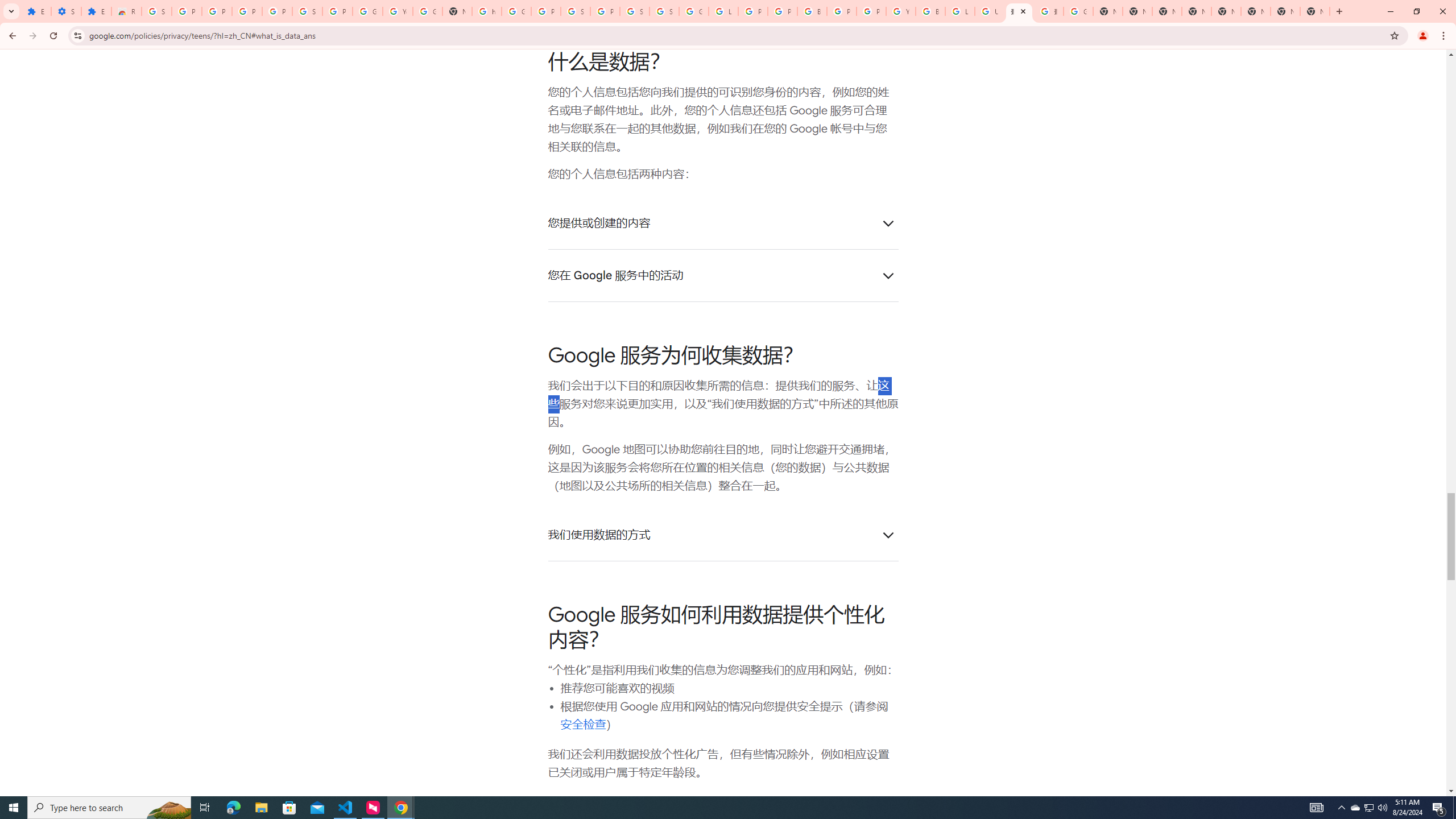 This screenshot has width=1456, height=819. Describe the element at coordinates (36, 11) in the screenshot. I see `'Extensions'` at that location.